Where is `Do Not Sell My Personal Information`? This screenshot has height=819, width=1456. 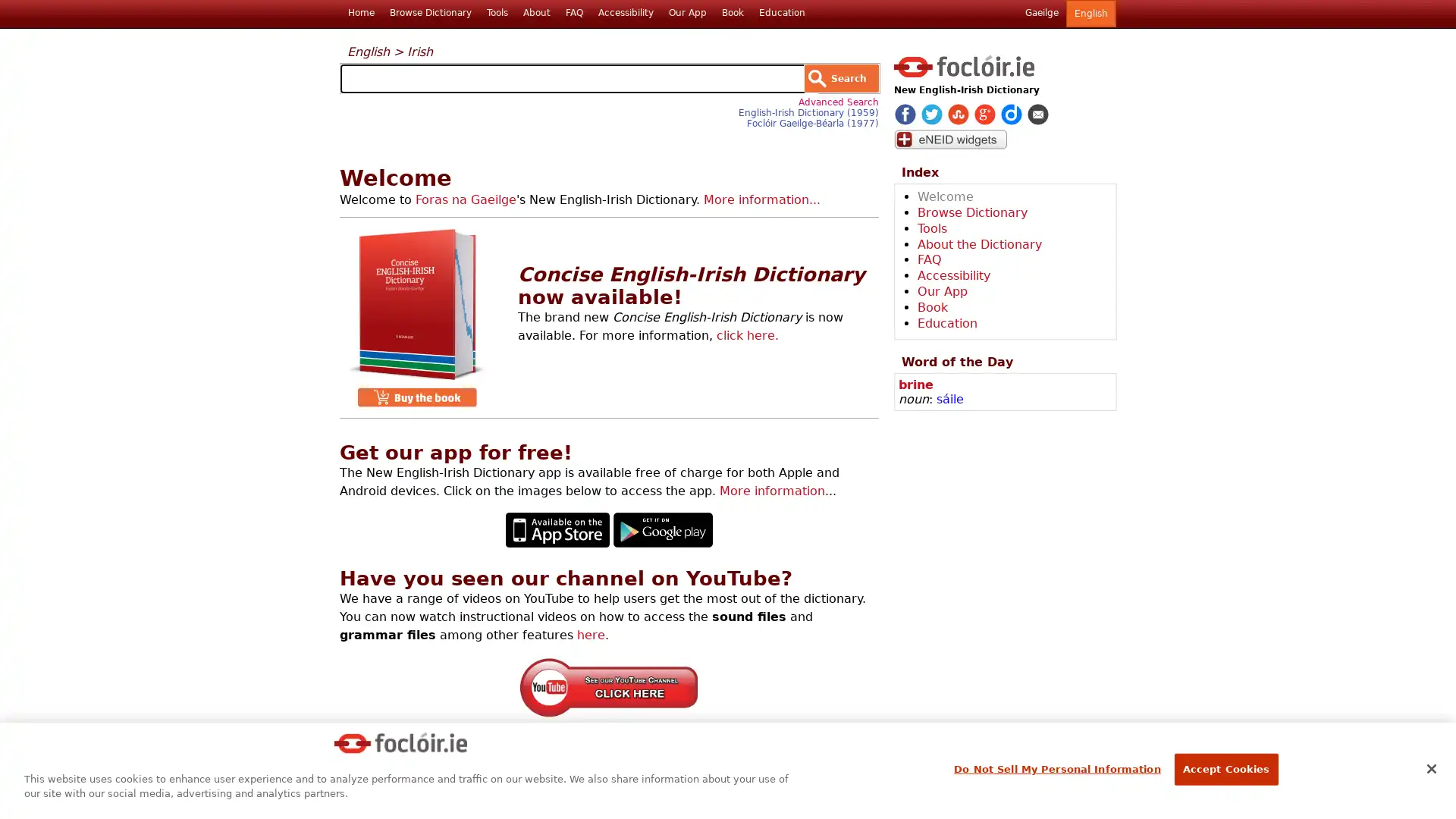 Do Not Sell My Personal Information is located at coordinates (1056, 769).